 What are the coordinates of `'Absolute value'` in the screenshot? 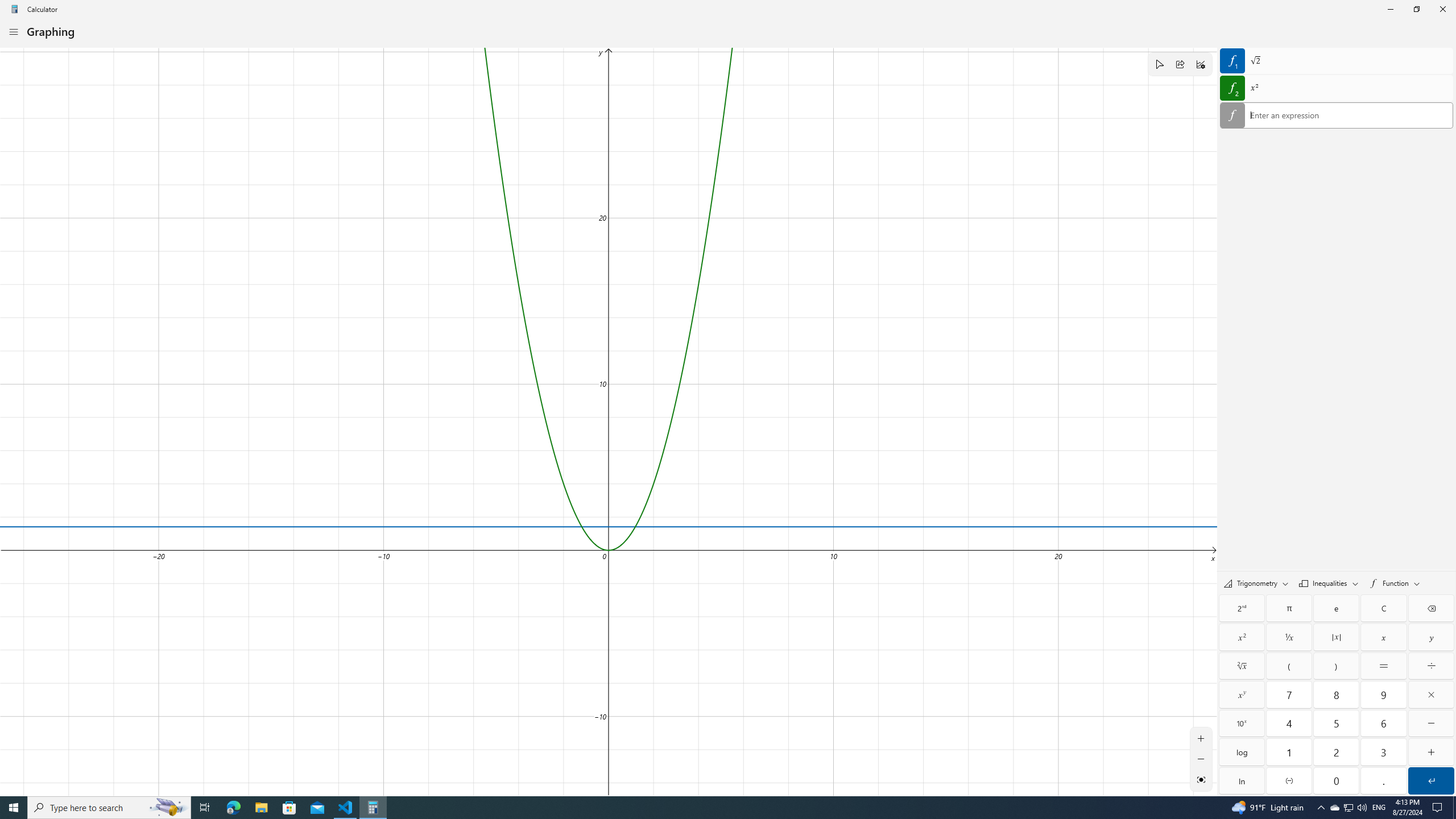 It's located at (1336, 636).